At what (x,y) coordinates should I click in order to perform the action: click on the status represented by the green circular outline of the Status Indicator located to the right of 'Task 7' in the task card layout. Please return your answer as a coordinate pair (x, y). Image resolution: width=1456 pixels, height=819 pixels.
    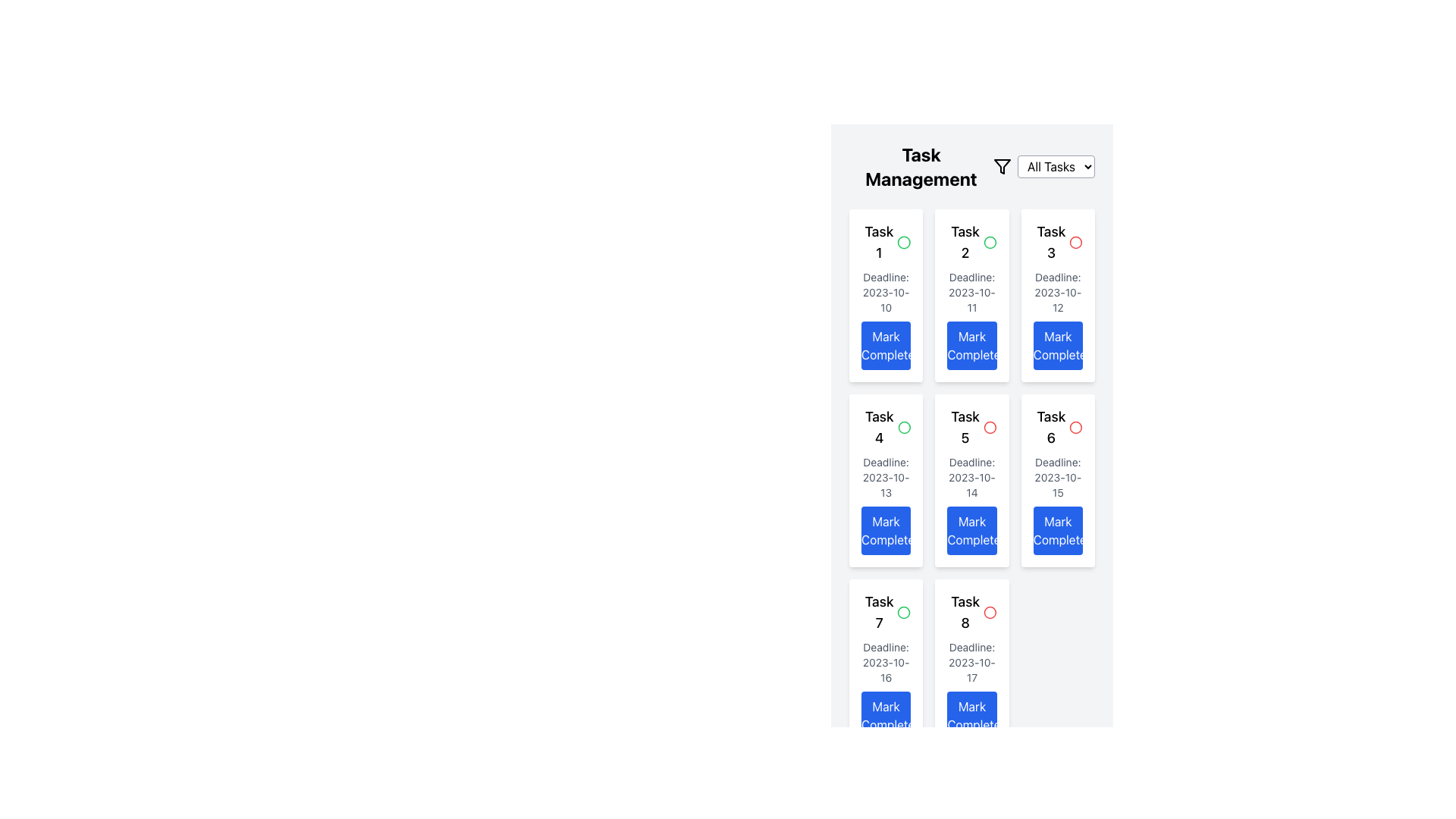
    Looking at the image, I should click on (904, 611).